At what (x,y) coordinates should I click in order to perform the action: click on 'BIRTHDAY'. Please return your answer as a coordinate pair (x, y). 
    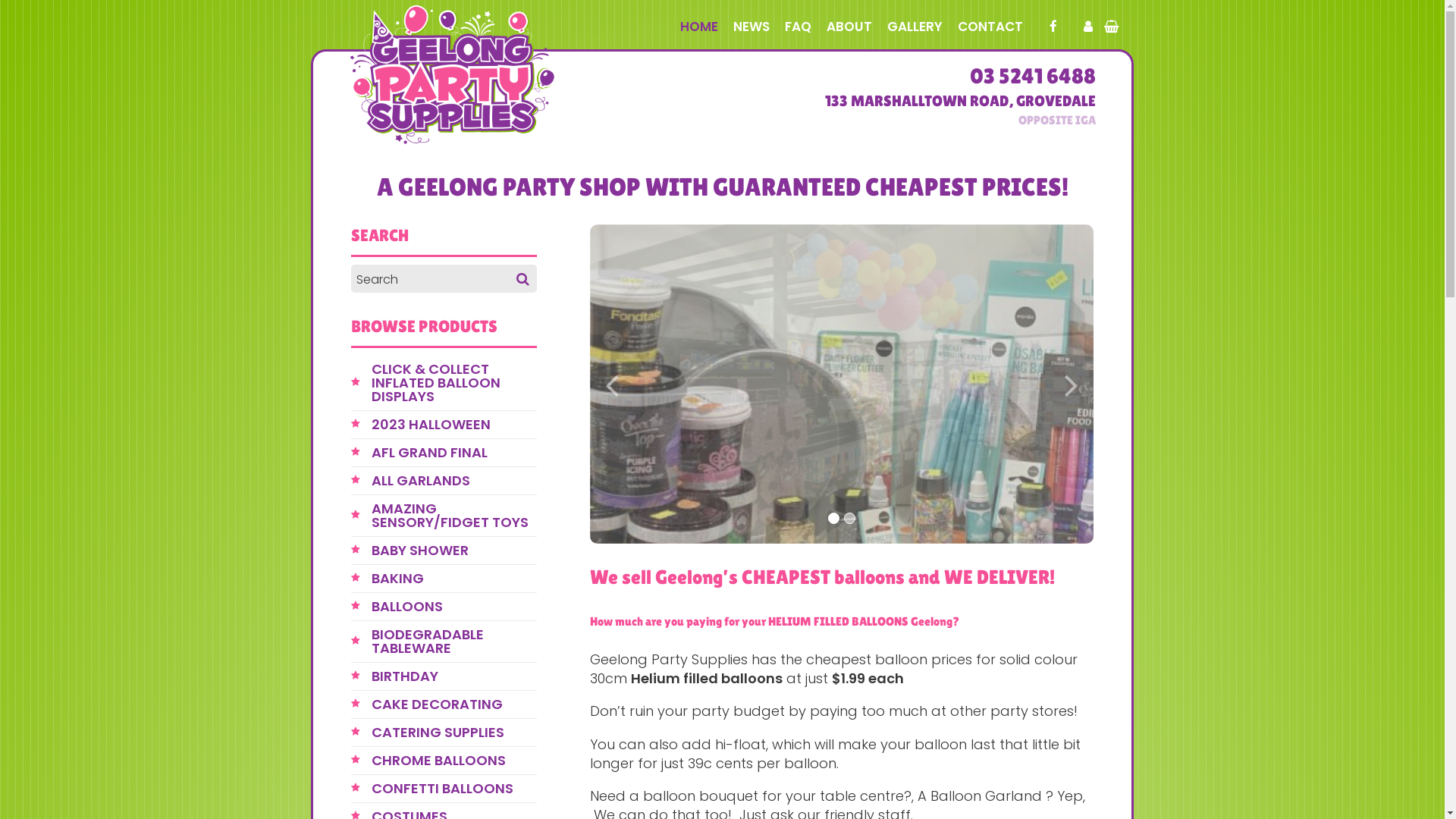
    Looking at the image, I should click on (371, 675).